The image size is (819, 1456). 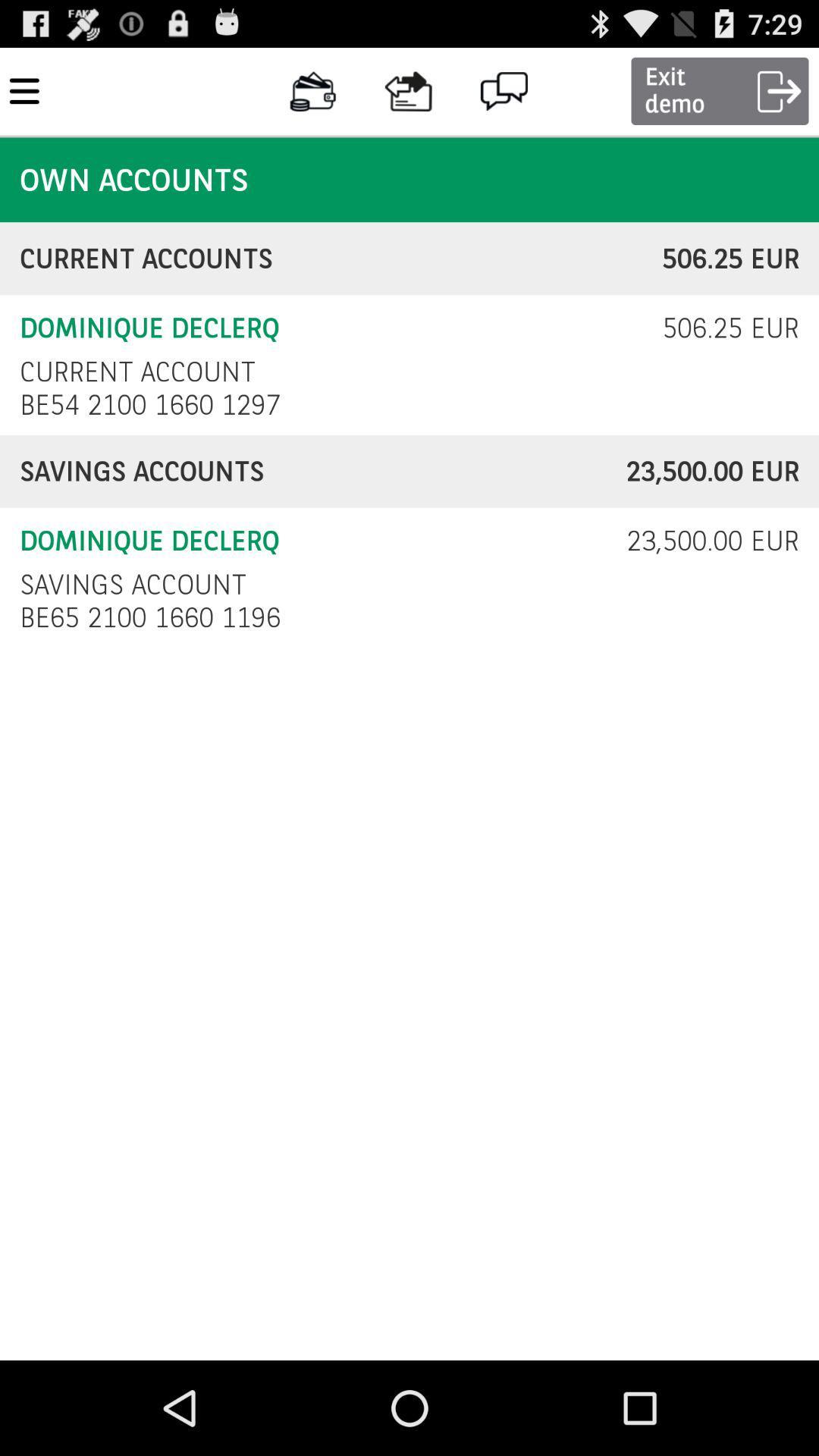 What do you see at coordinates (137, 372) in the screenshot?
I see `current account item` at bounding box center [137, 372].